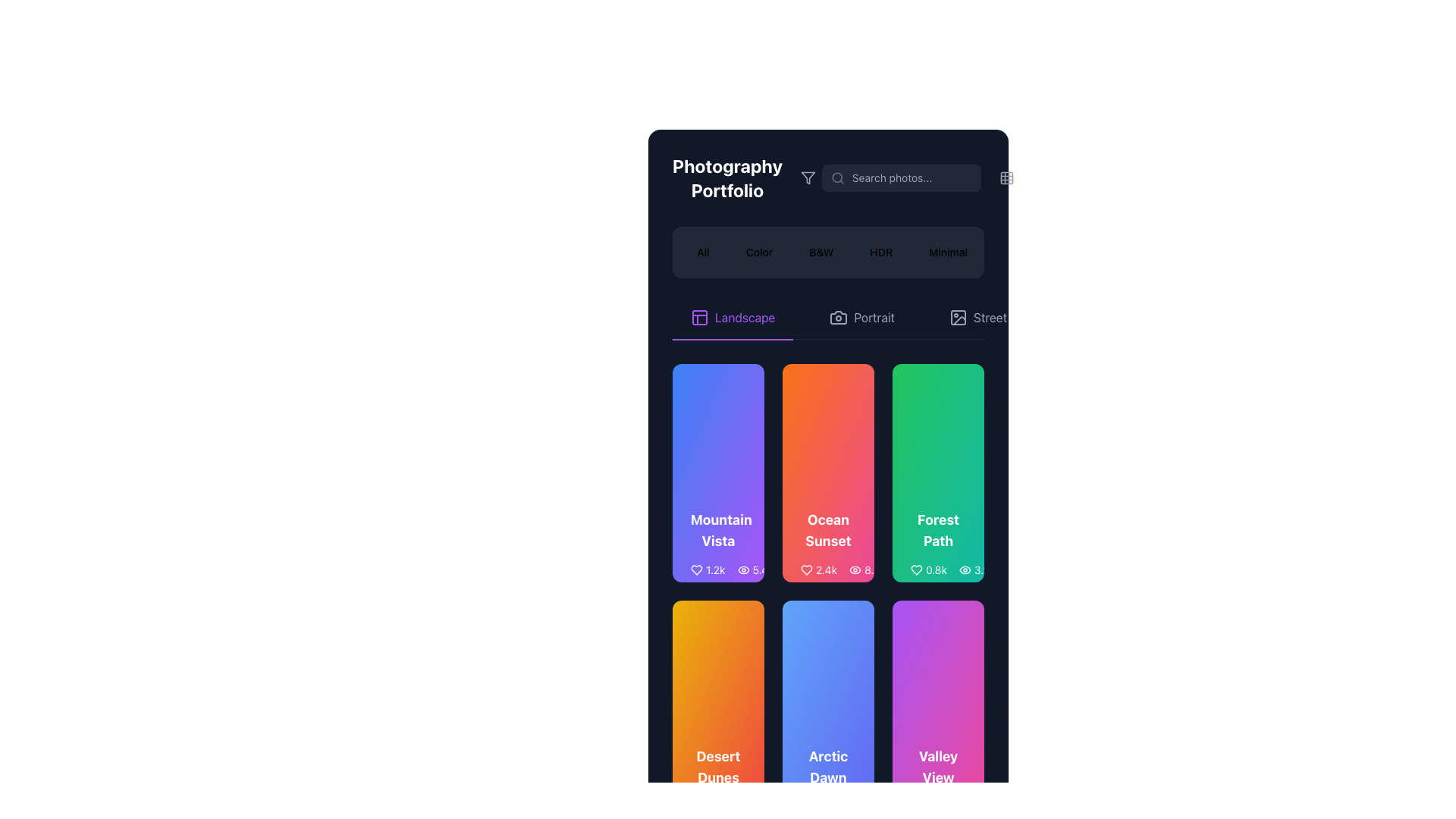  Describe the element at coordinates (815, 570) in the screenshot. I see `the download icon, which is a small downward arrow with a horizontal bar beneath it, located centrally in the 'Ocean Sunset' card in the second row's middle column` at that location.